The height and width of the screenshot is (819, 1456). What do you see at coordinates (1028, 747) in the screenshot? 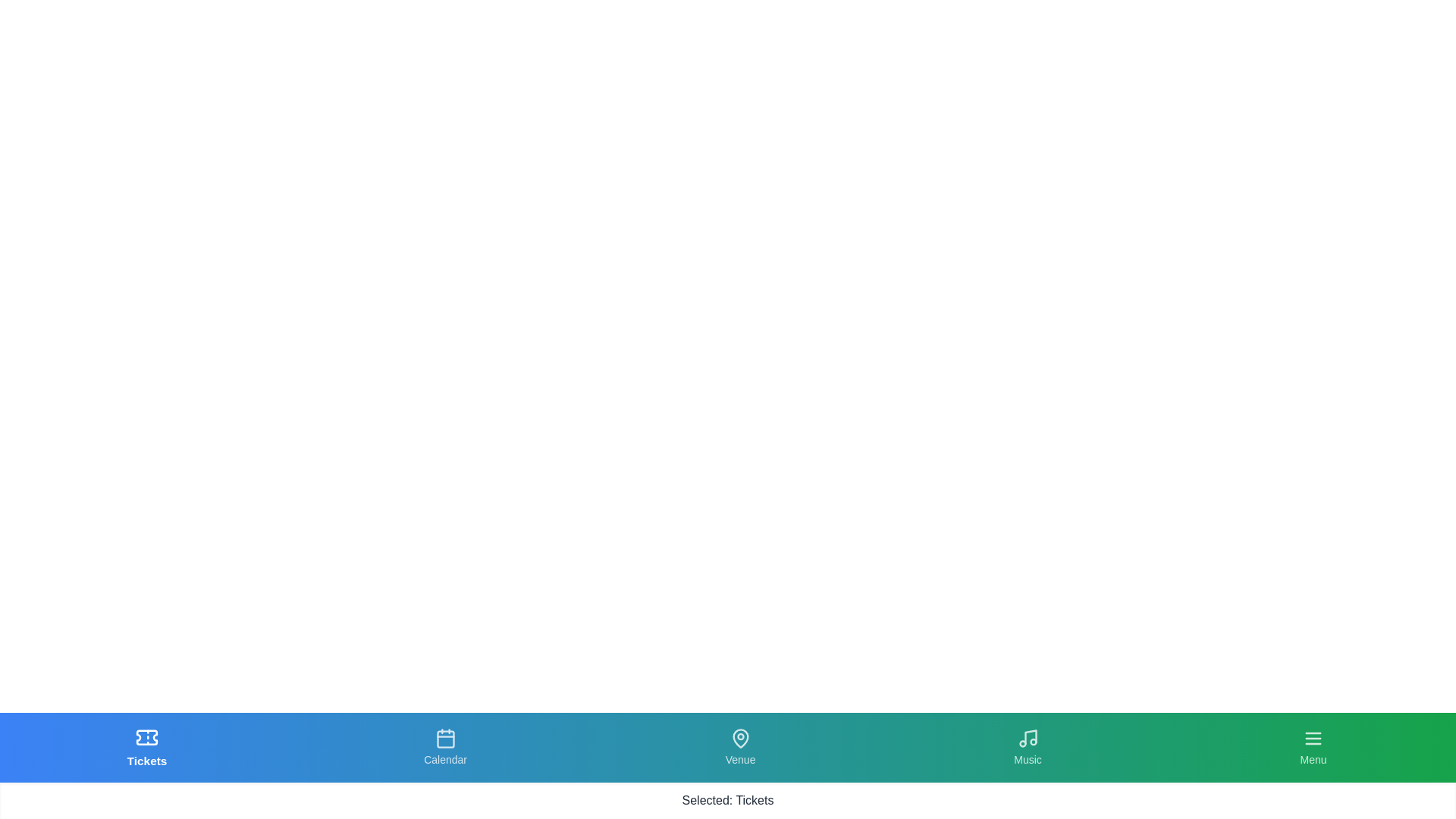
I see `the tab labeled Music to observe its hover effect` at bounding box center [1028, 747].